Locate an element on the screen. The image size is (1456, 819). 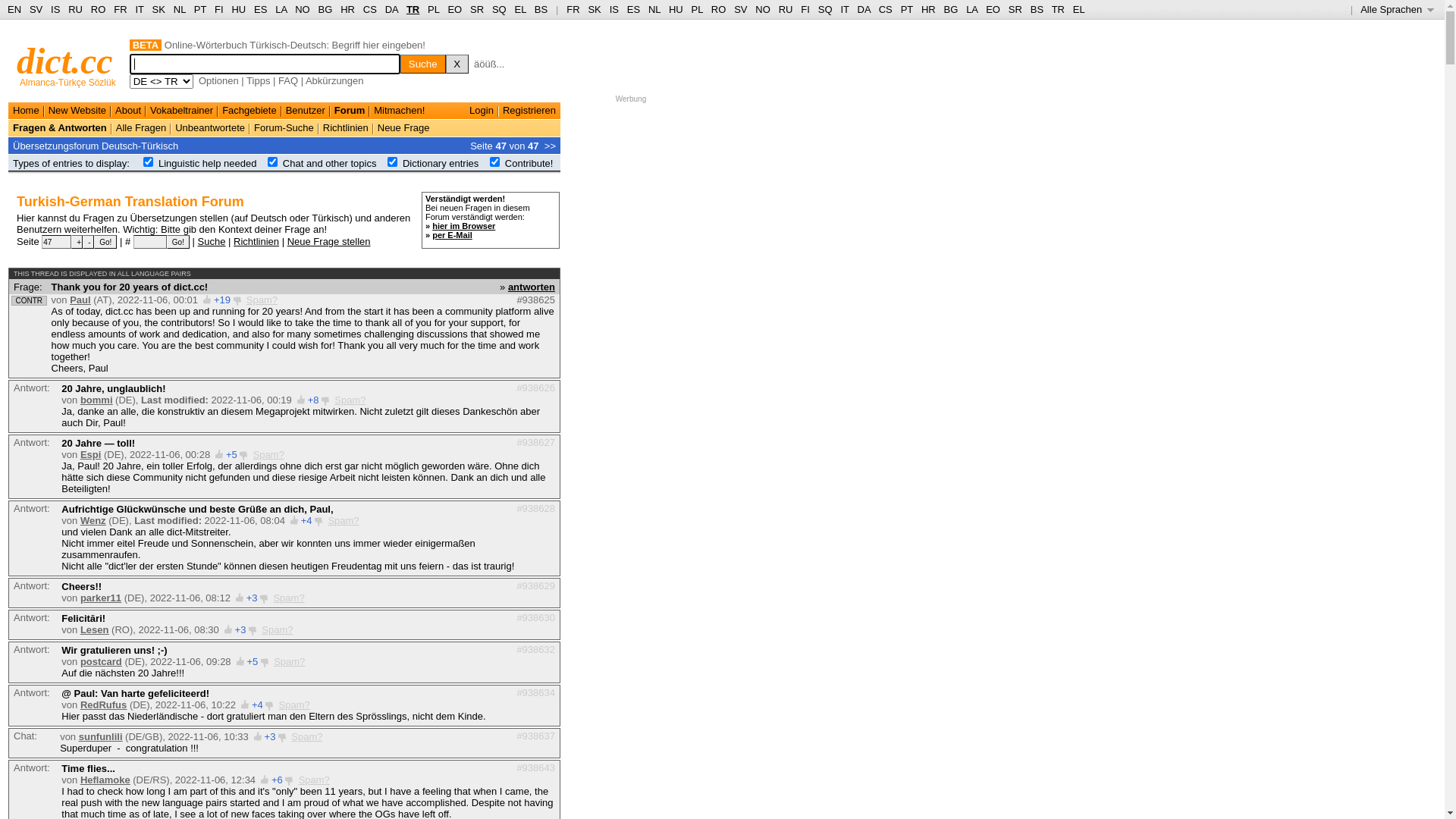
'Suche' is located at coordinates (422, 63).